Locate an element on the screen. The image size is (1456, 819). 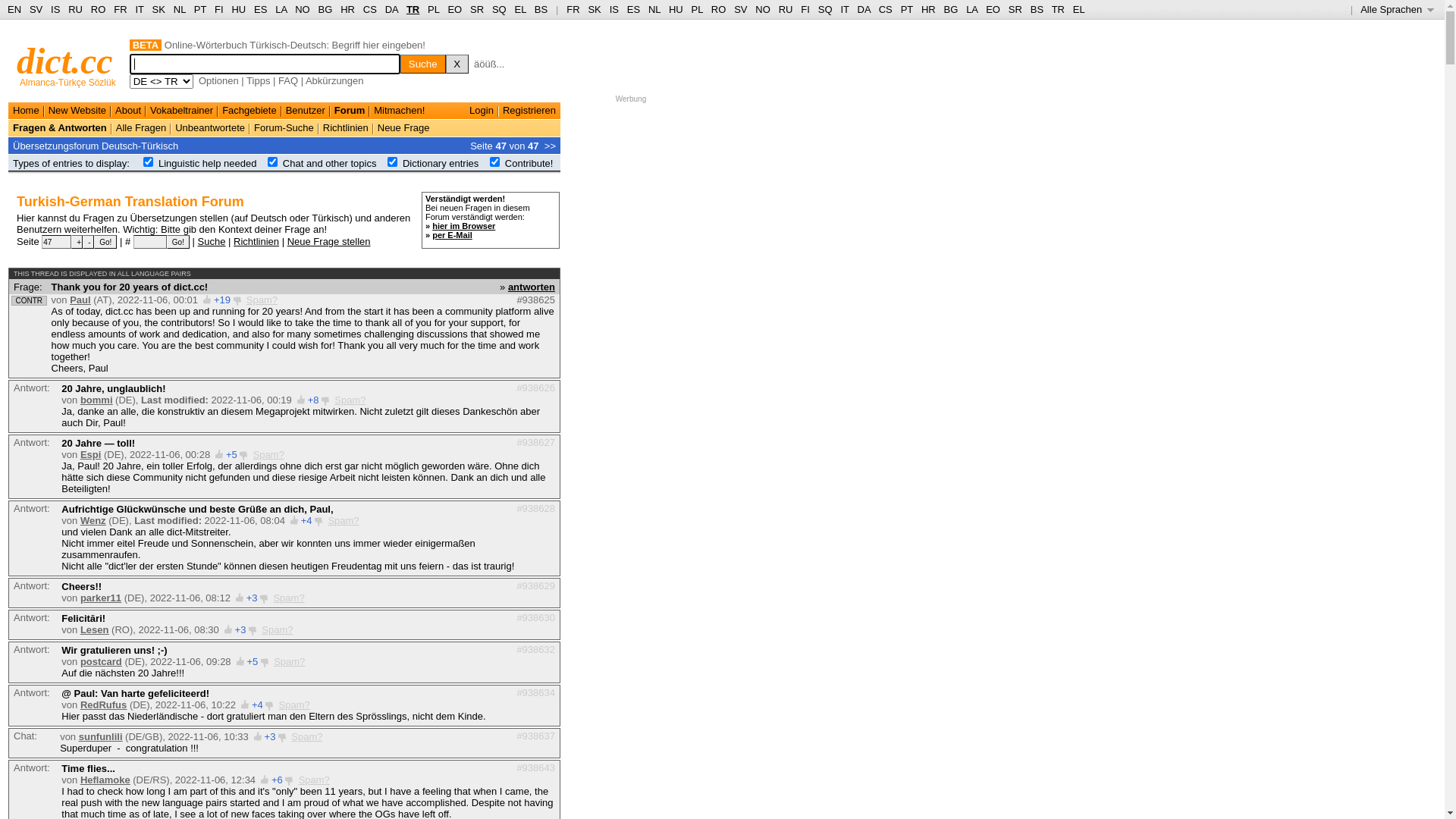
'Suche' is located at coordinates (422, 63).